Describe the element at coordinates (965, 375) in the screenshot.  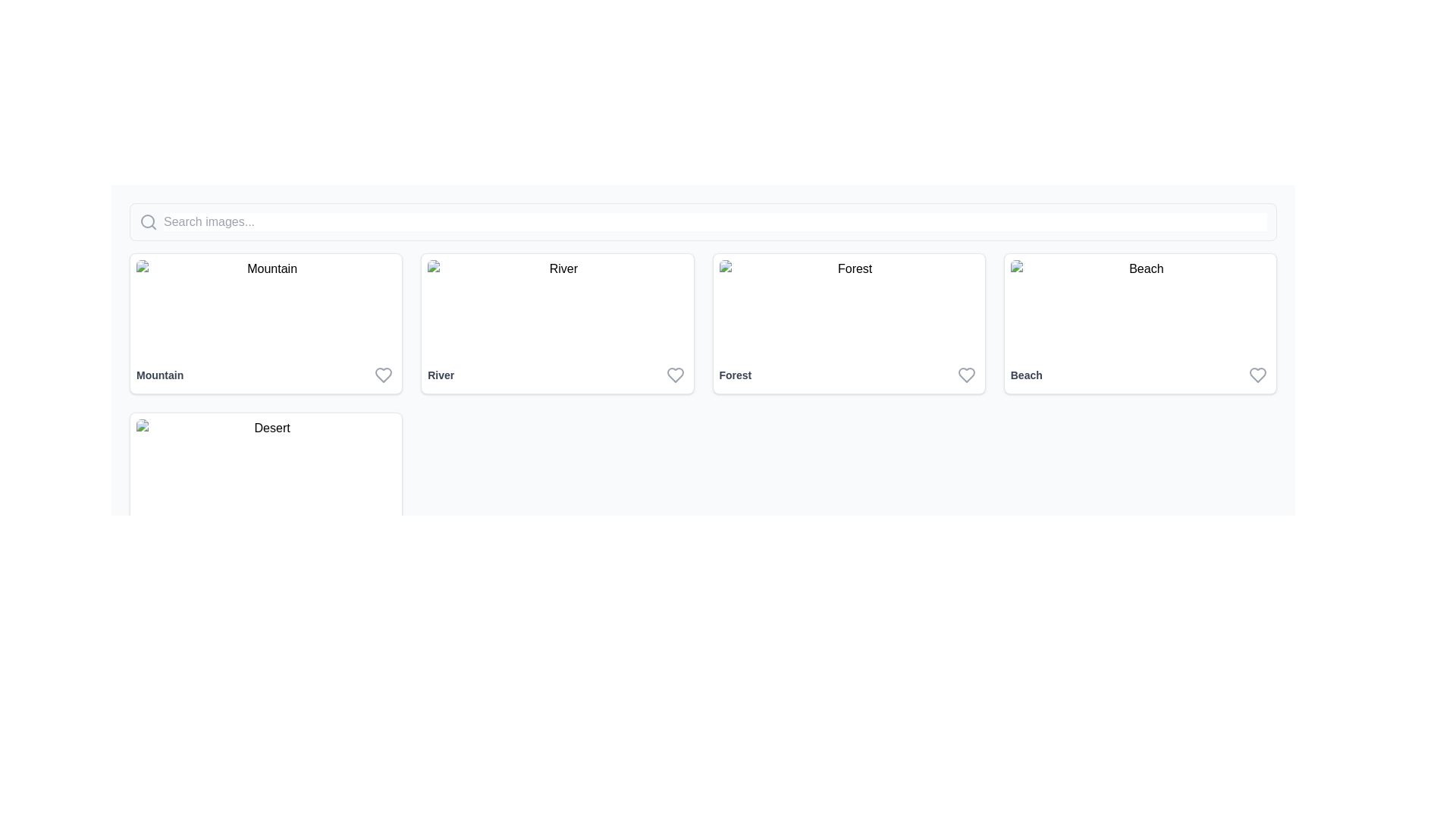
I see `the heart-shaped button with an outlined design located at the top-right corner of the 'Forest' card to check for a response` at that location.